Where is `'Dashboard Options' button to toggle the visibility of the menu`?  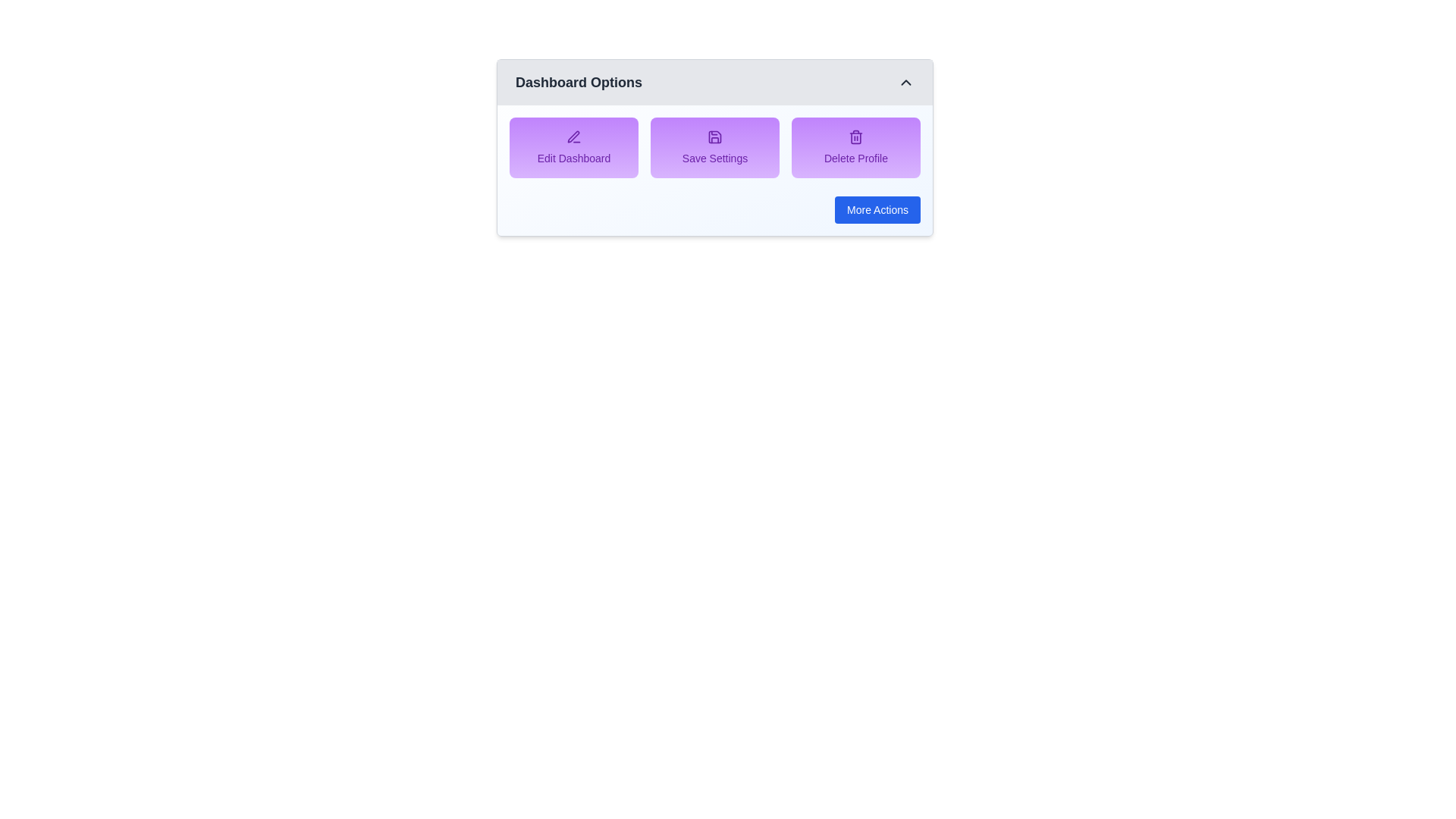
'Dashboard Options' button to toggle the visibility of the menu is located at coordinates (714, 82).